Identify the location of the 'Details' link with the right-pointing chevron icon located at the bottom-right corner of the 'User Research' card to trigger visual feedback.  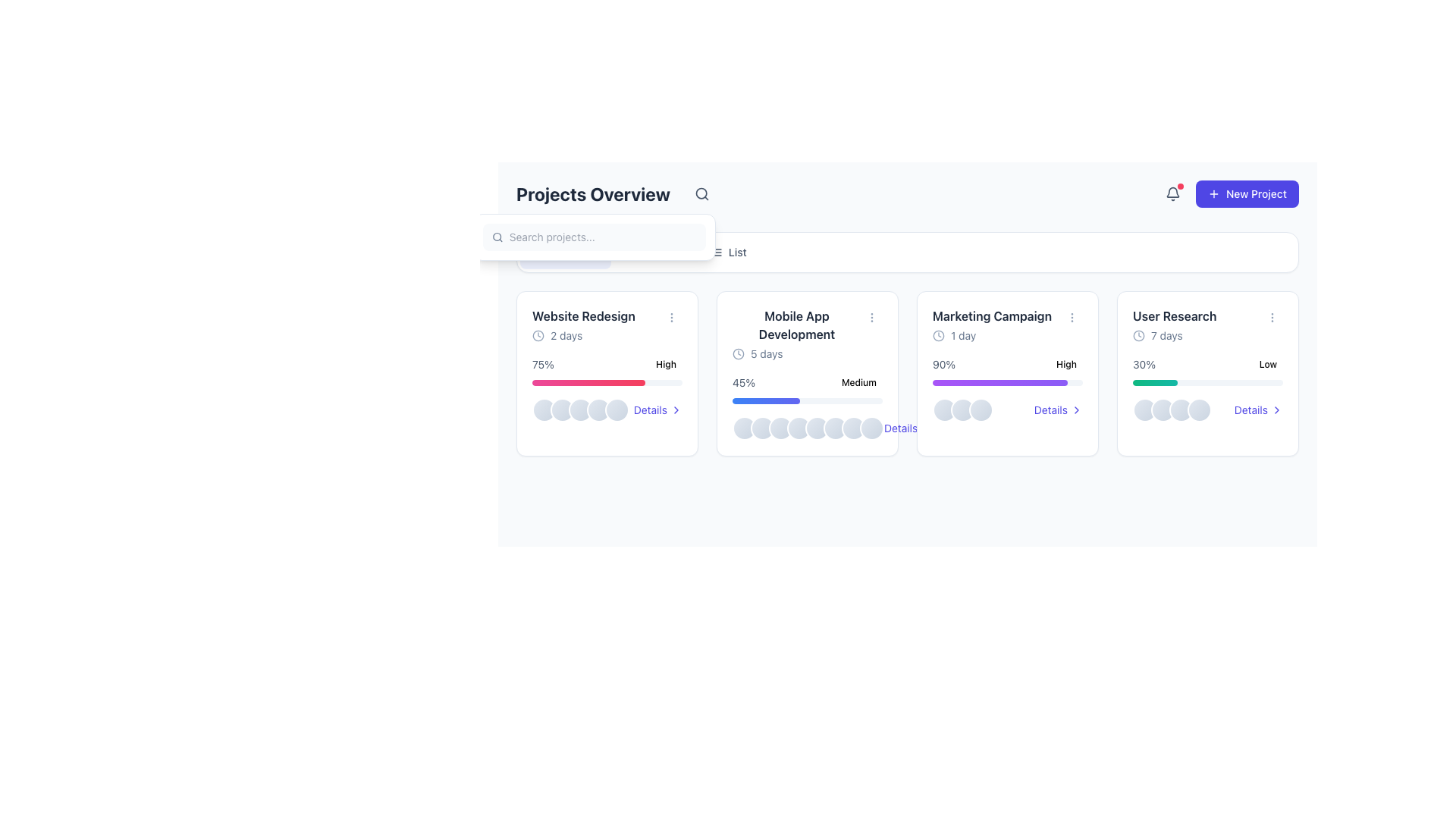
(1258, 409).